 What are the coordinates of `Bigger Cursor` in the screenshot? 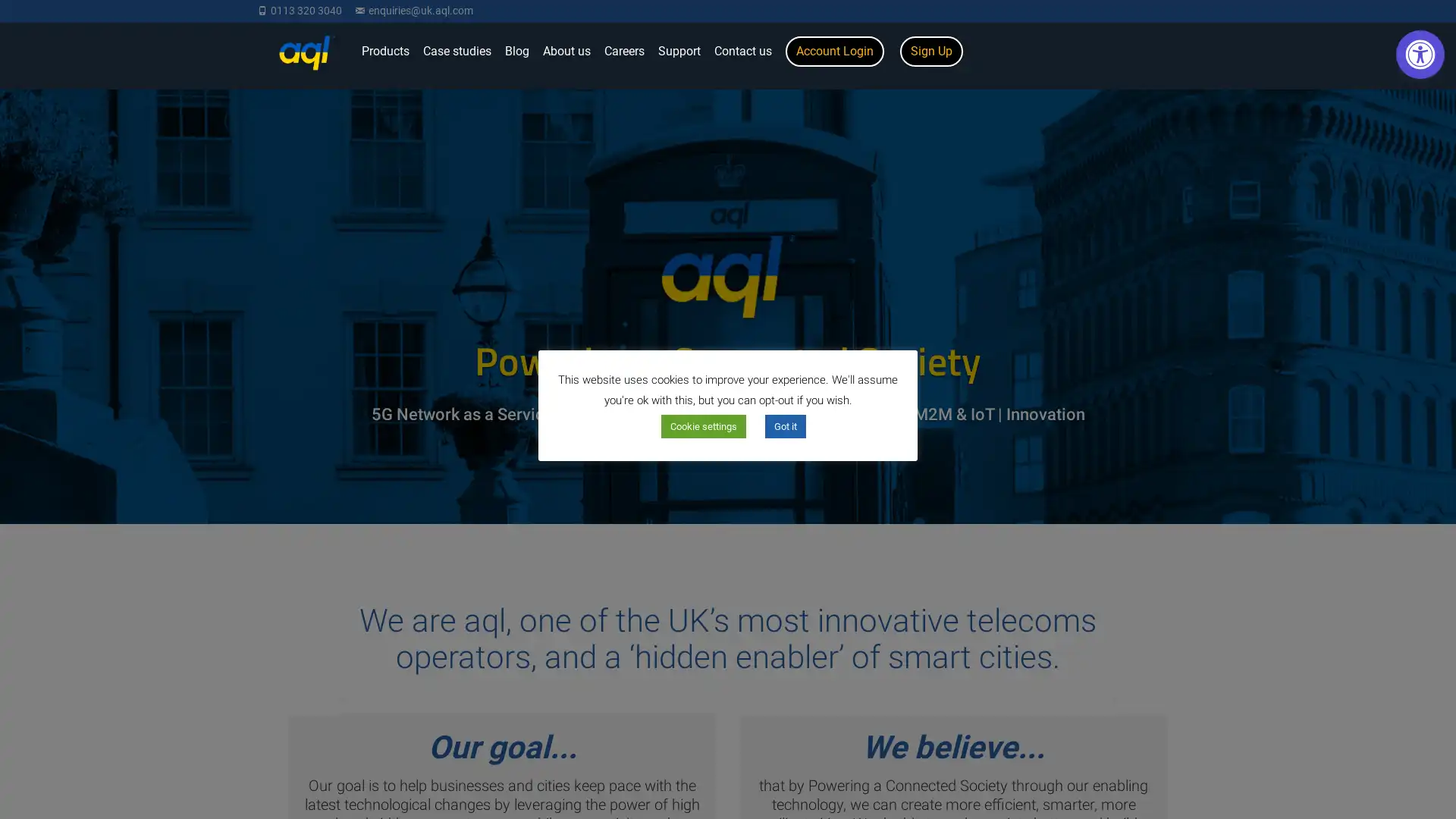 It's located at (1323, 102).